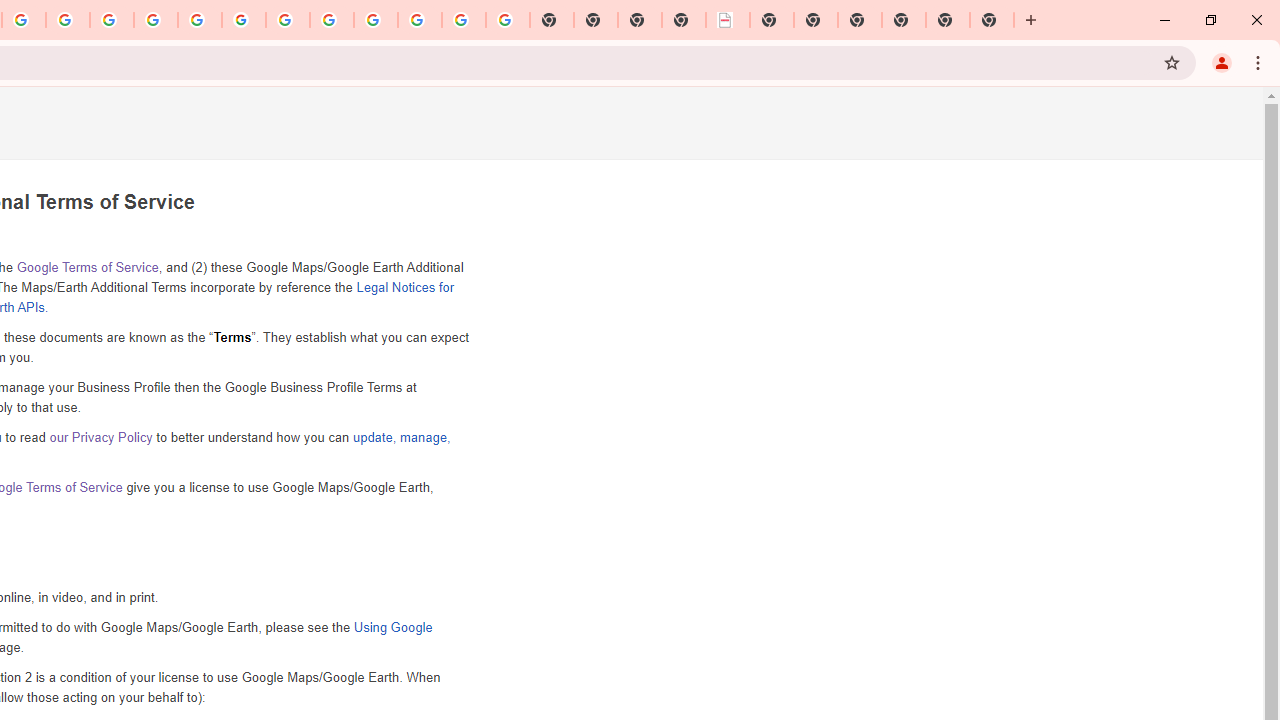 The image size is (1280, 720). What do you see at coordinates (111, 20) in the screenshot?
I see `'Privacy Help Center - Policies Help'` at bounding box center [111, 20].